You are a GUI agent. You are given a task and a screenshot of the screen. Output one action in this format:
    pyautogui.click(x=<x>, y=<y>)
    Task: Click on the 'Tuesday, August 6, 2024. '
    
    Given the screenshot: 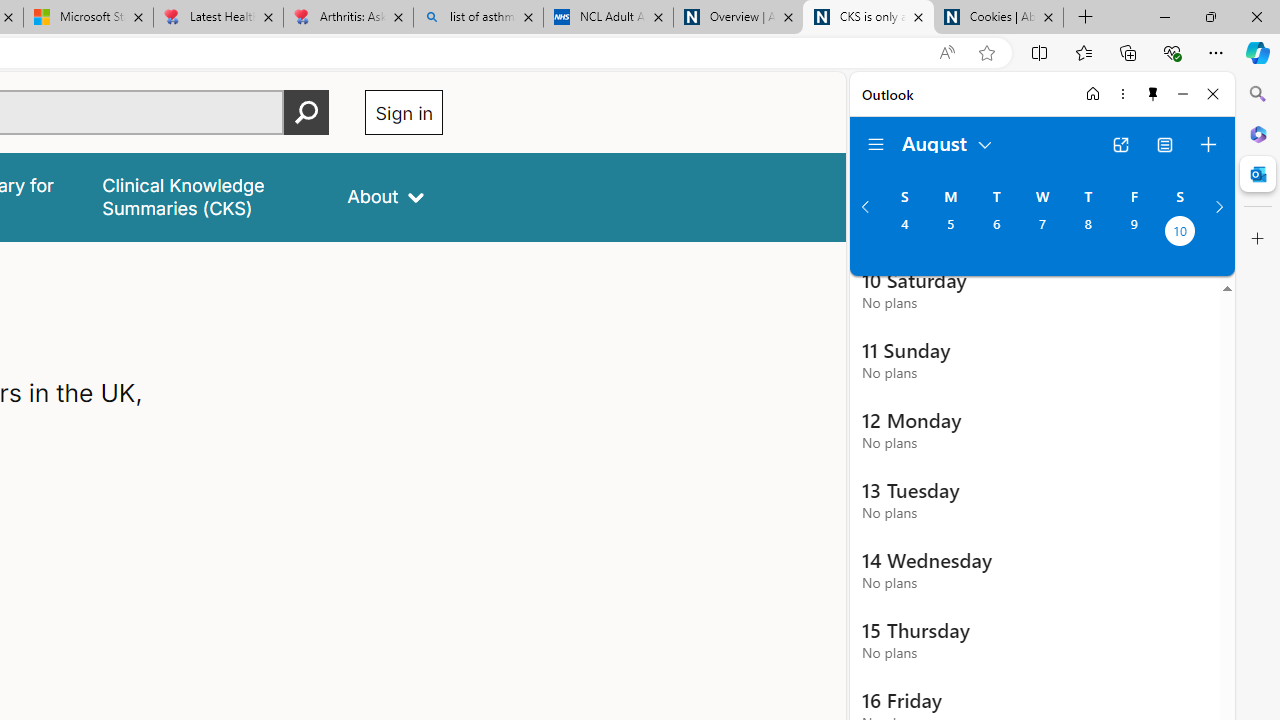 What is the action you would take?
    pyautogui.click(x=996, y=232)
    